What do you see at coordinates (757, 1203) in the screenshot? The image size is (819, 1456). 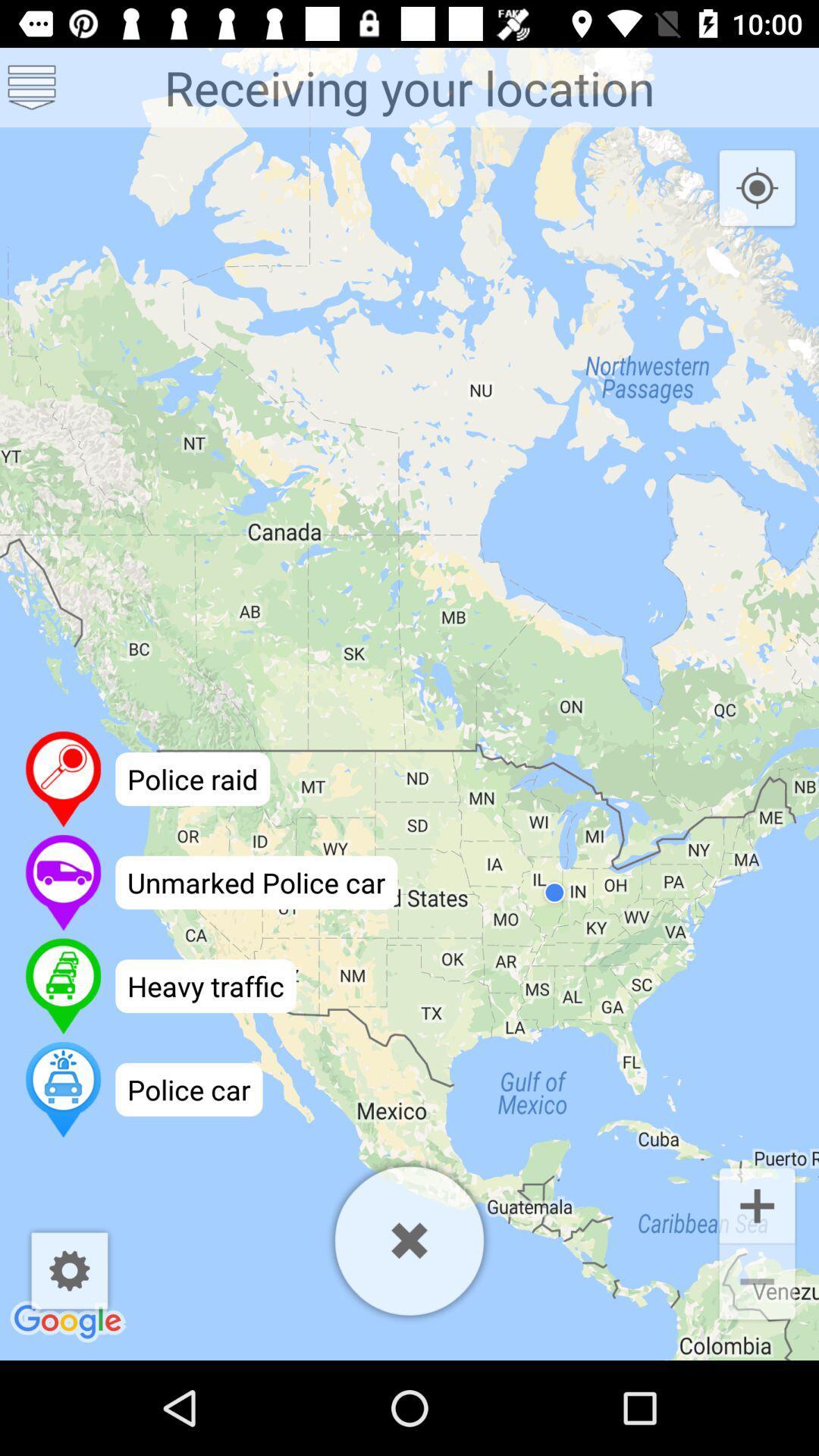 I see `the add icon` at bounding box center [757, 1203].